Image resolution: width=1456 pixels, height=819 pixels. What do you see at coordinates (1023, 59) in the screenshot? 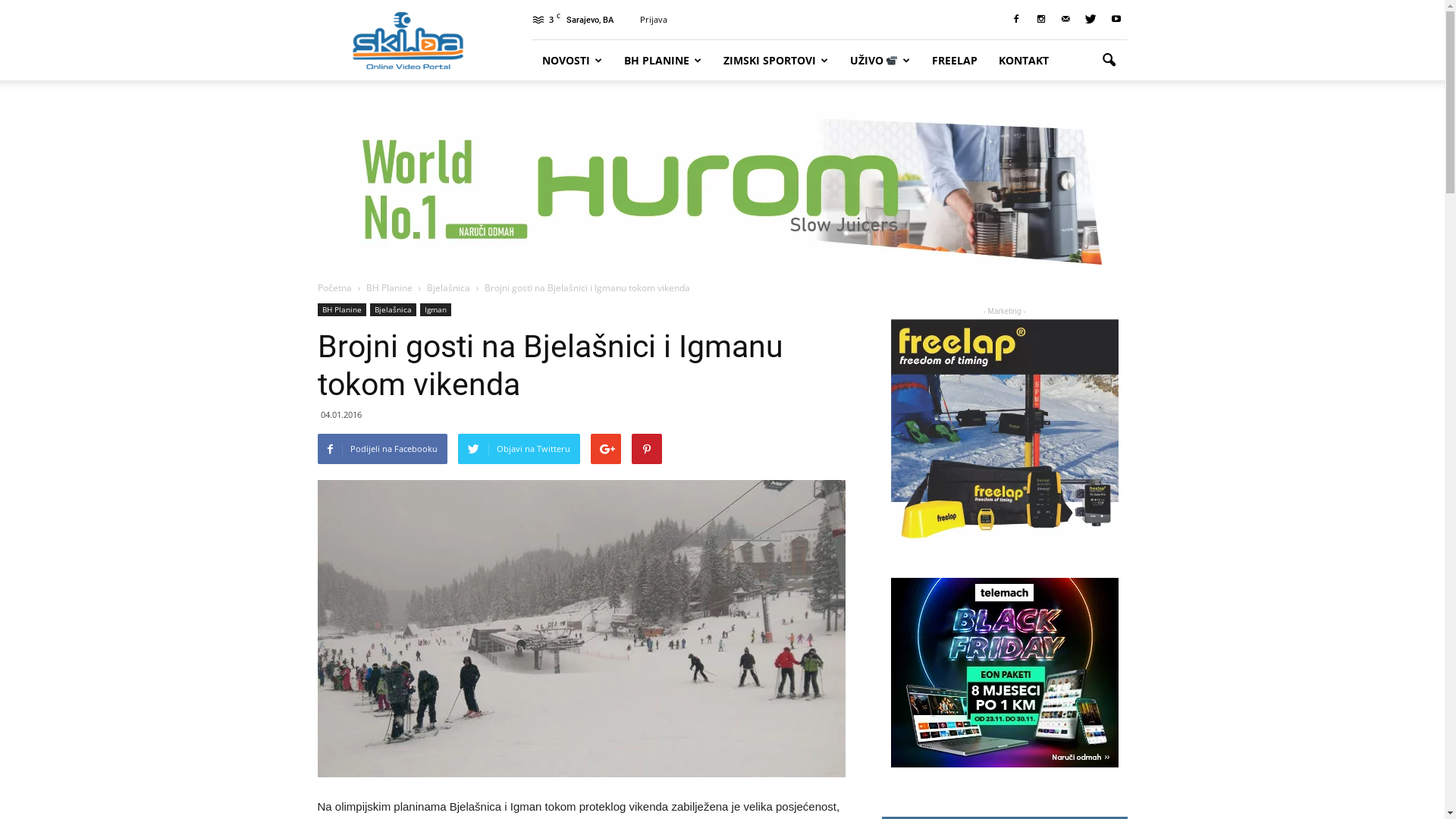
I see `'KONTAKT'` at bounding box center [1023, 59].